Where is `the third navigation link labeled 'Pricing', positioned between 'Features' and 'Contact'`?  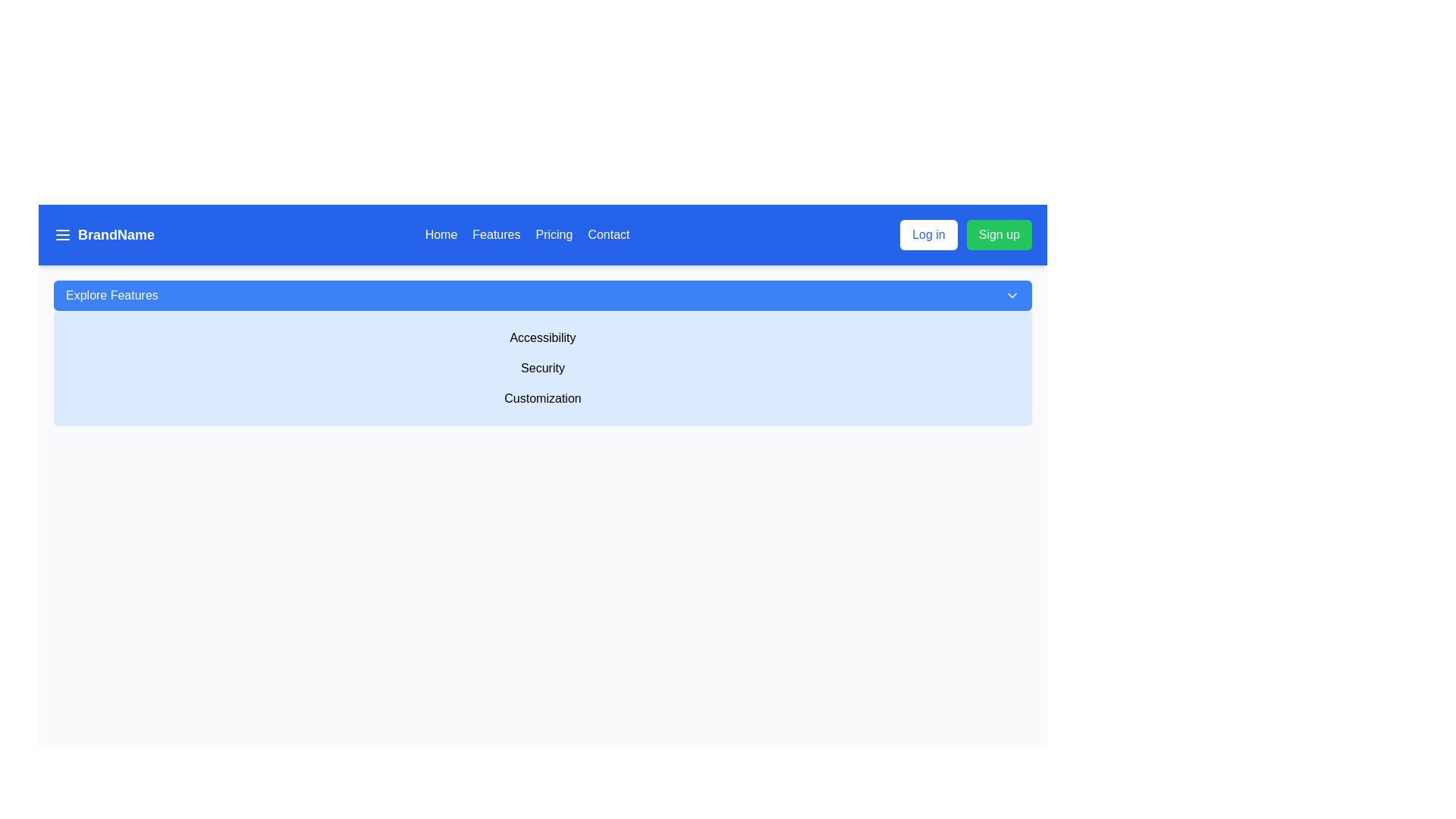 the third navigation link labeled 'Pricing', positioned between 'Features' and 'Contact' is located at coordinates (553, 234).